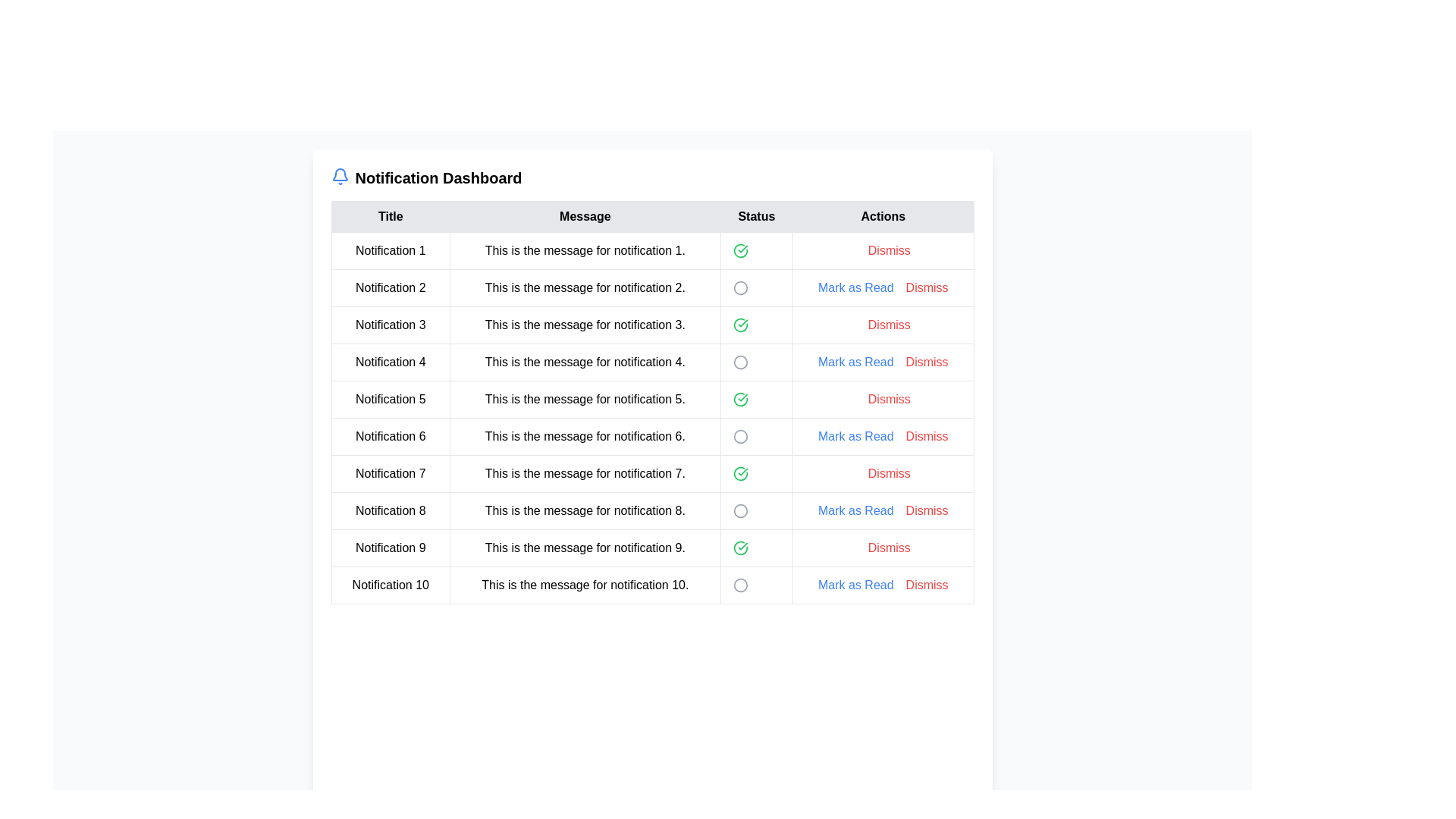 The height and width of the screenshot is (819, 1456). I want to click on the text button located in the 'Actions' column of the tenth row in the notification table, so click(926, 584).